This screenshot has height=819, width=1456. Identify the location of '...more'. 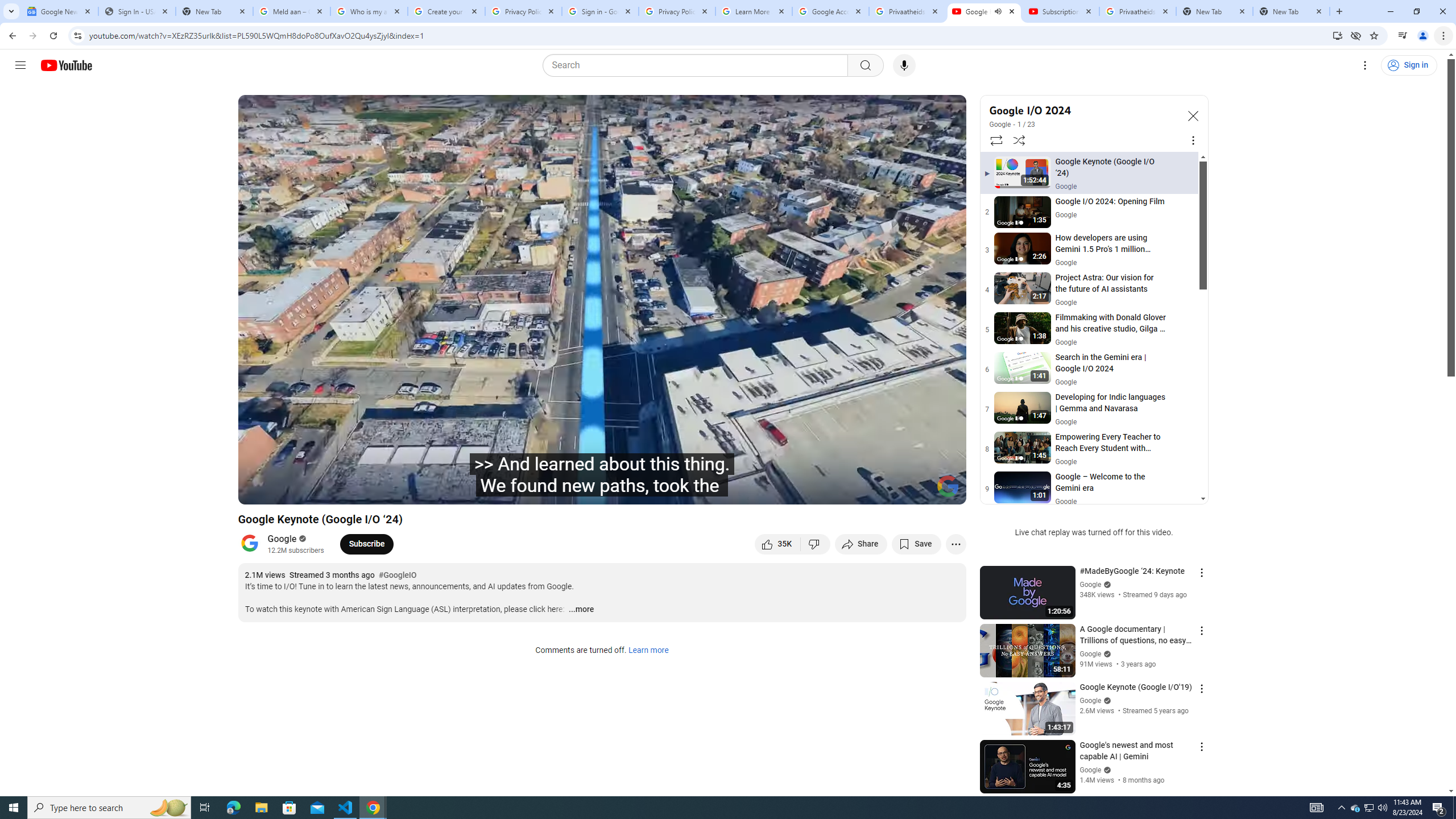
(580, 610).